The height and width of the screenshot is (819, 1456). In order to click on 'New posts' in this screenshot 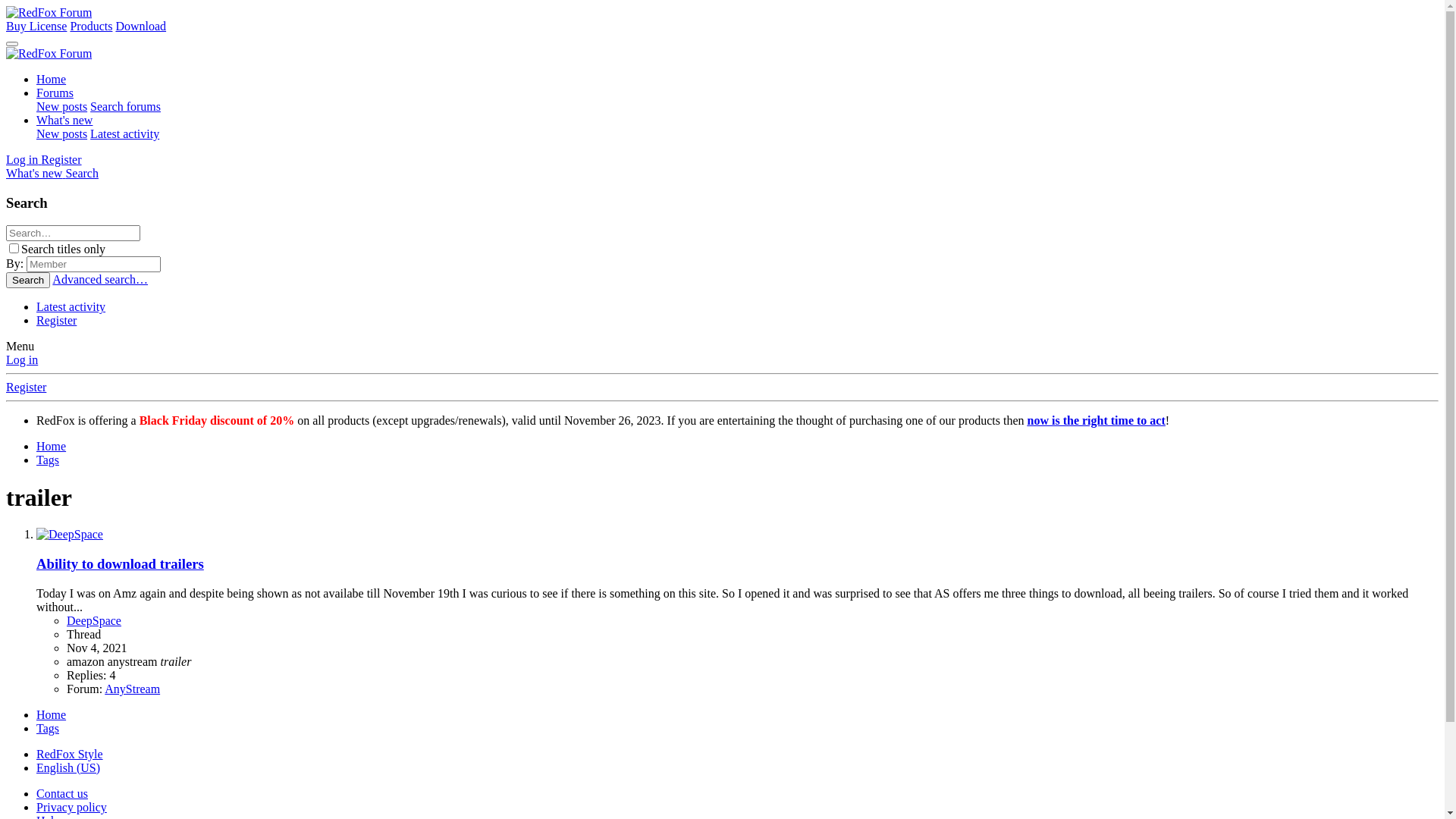, I will do `click(36, 105)`.